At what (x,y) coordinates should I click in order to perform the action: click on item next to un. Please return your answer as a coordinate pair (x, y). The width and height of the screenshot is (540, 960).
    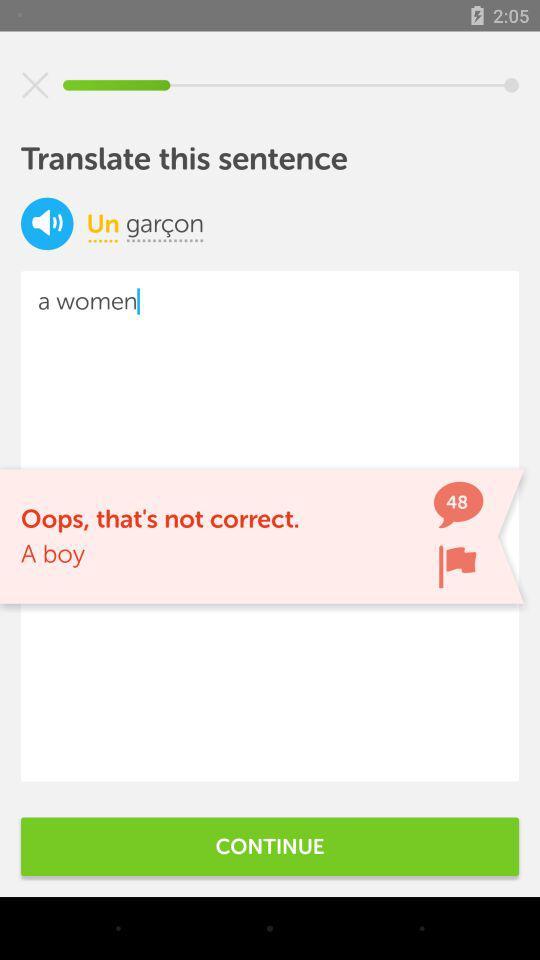
    Looking at the image, I should click on (47, 223).